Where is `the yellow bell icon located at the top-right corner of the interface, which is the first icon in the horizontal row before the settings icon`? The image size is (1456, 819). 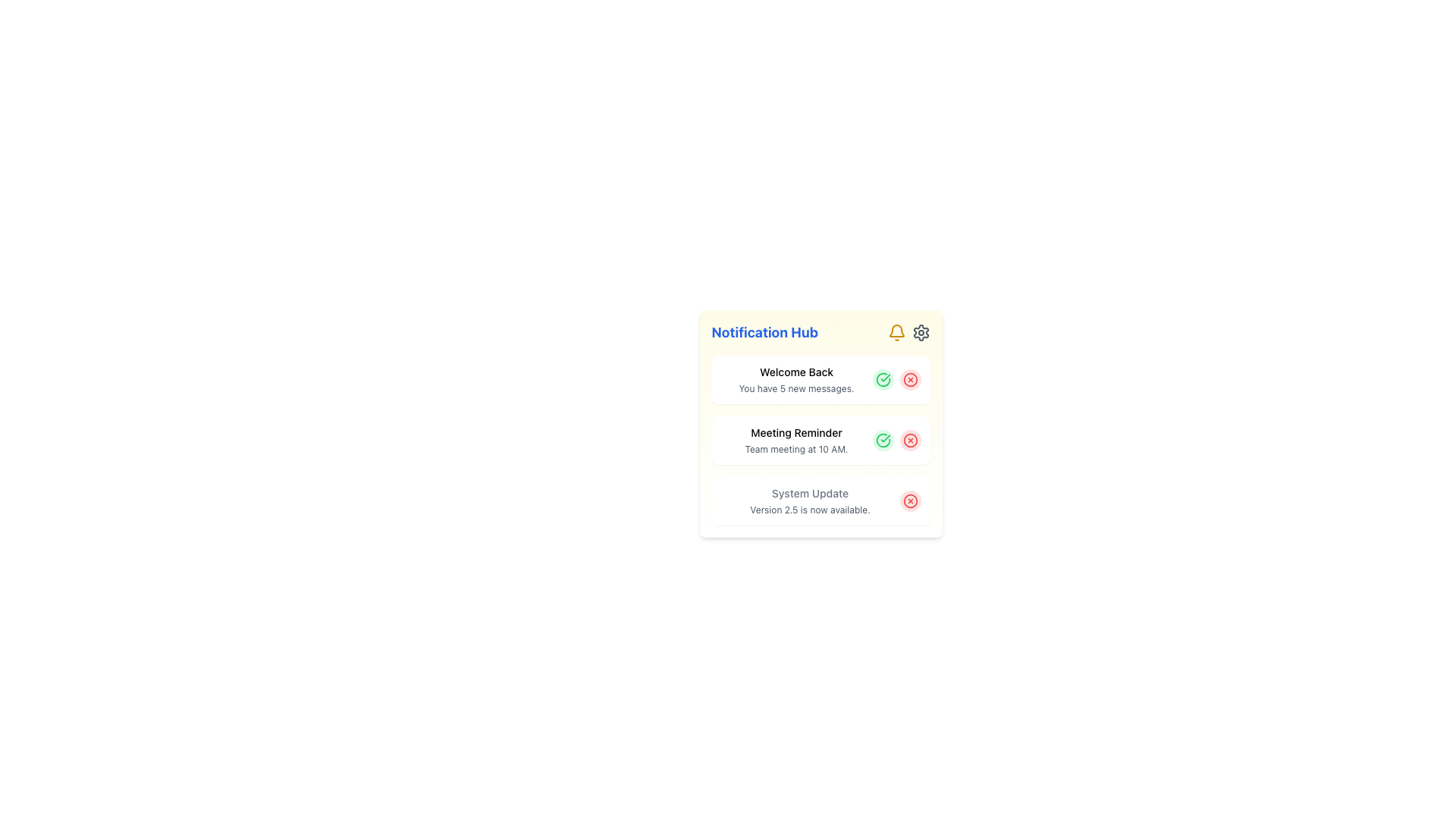
the yellow bell icon located at the top-right corner of the interface, which is the first icon in the horizontal row before the settings icon is located at coordinates (896, 332).